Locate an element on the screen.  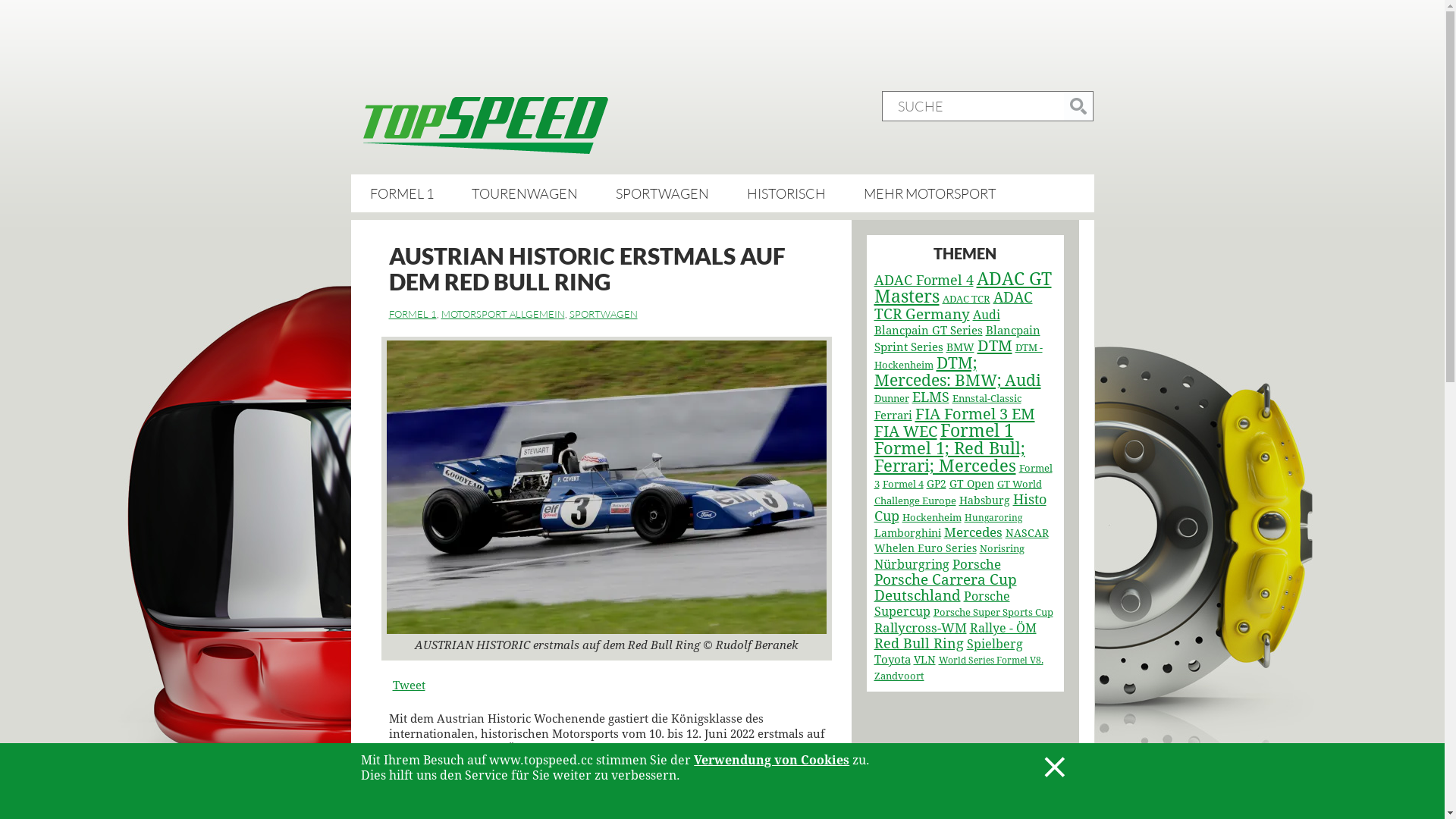
'ADAC TCR Germany' is located at coordinates (952, 306).